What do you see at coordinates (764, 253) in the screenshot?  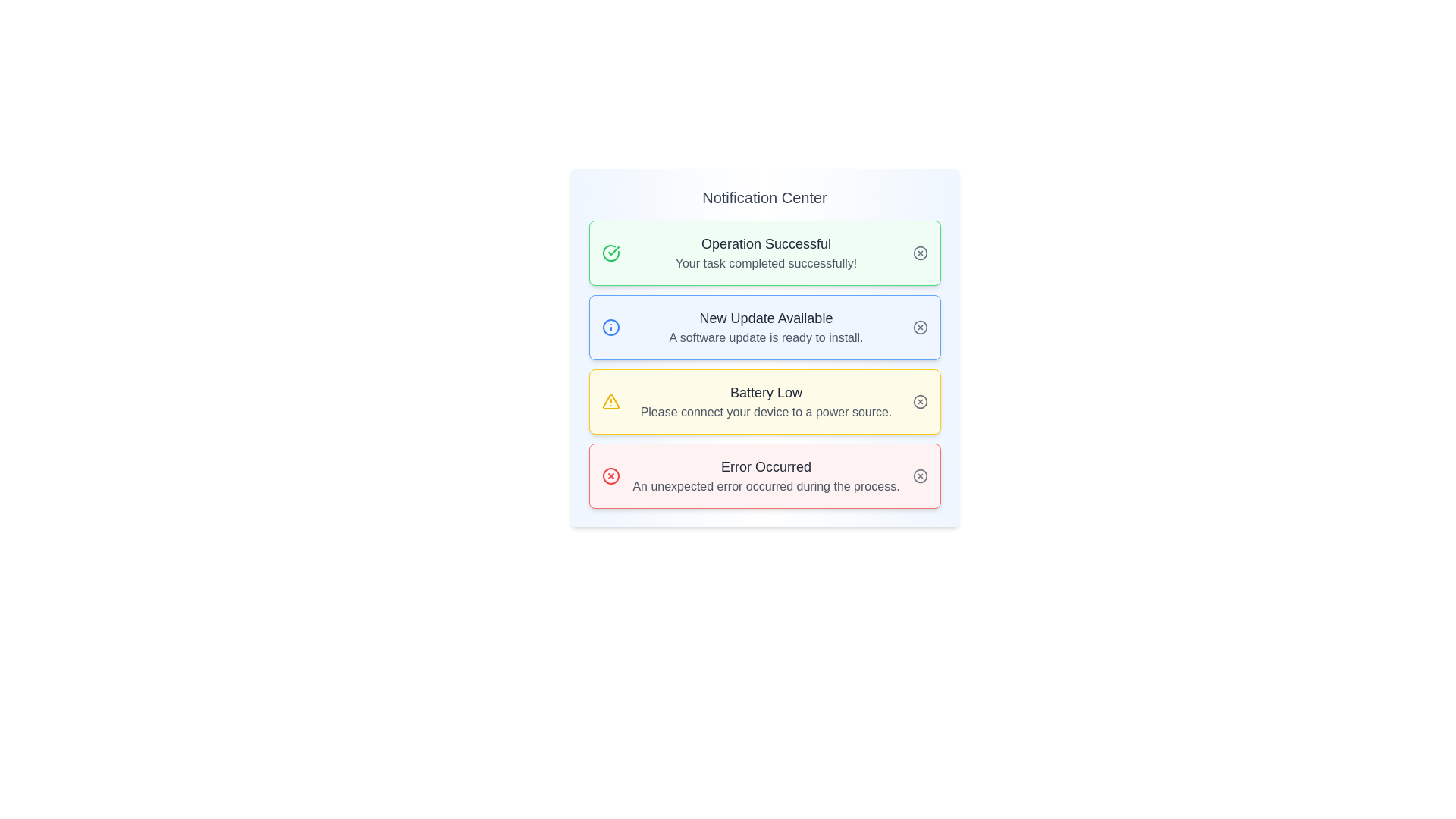 I see `the first notification card in the Notification Center that conveys a message about a successful operation` at bounding box center [764, 253].